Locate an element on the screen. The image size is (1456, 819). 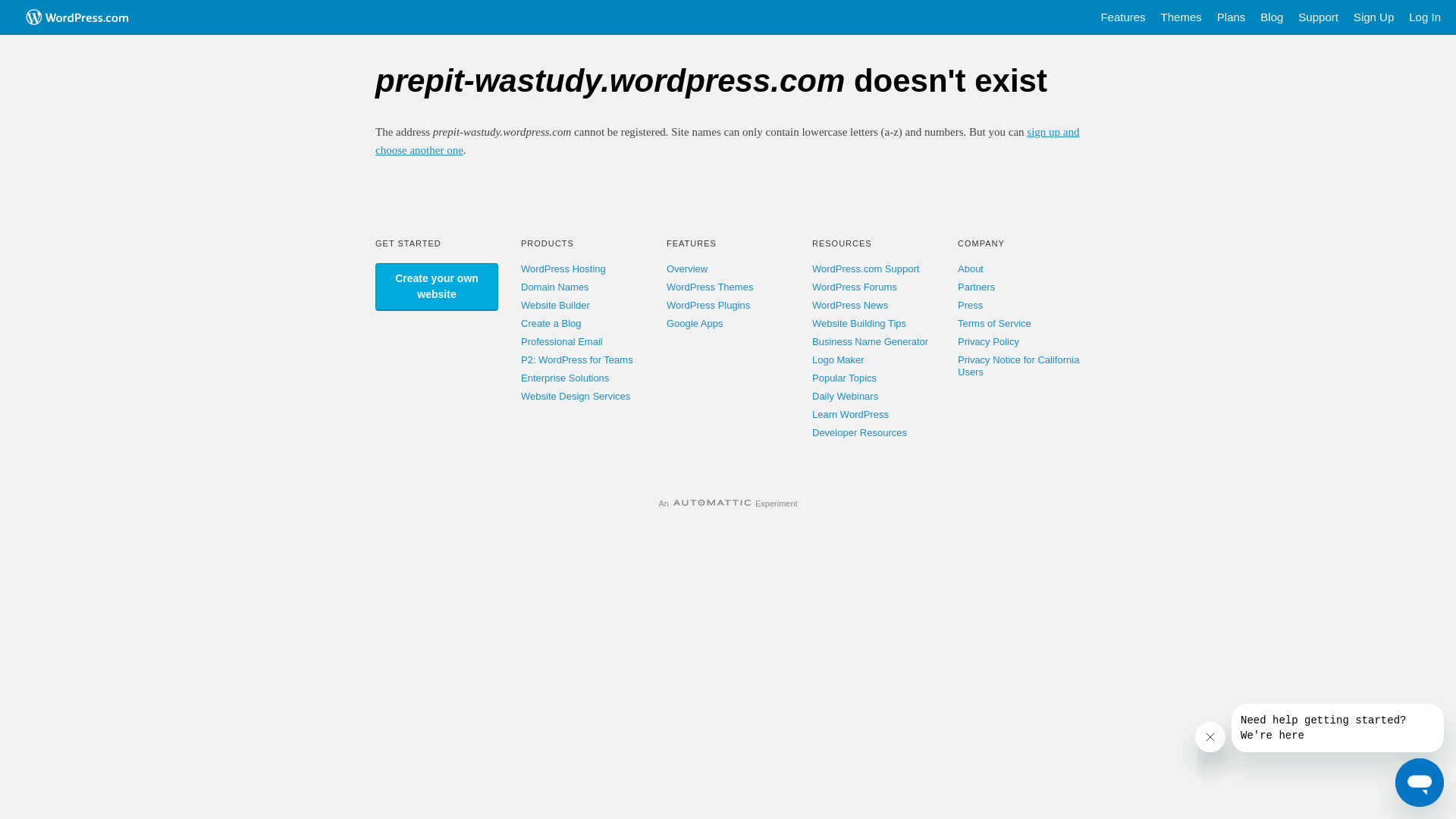
'Learn WordPress' is located at coordinates (850, 414).